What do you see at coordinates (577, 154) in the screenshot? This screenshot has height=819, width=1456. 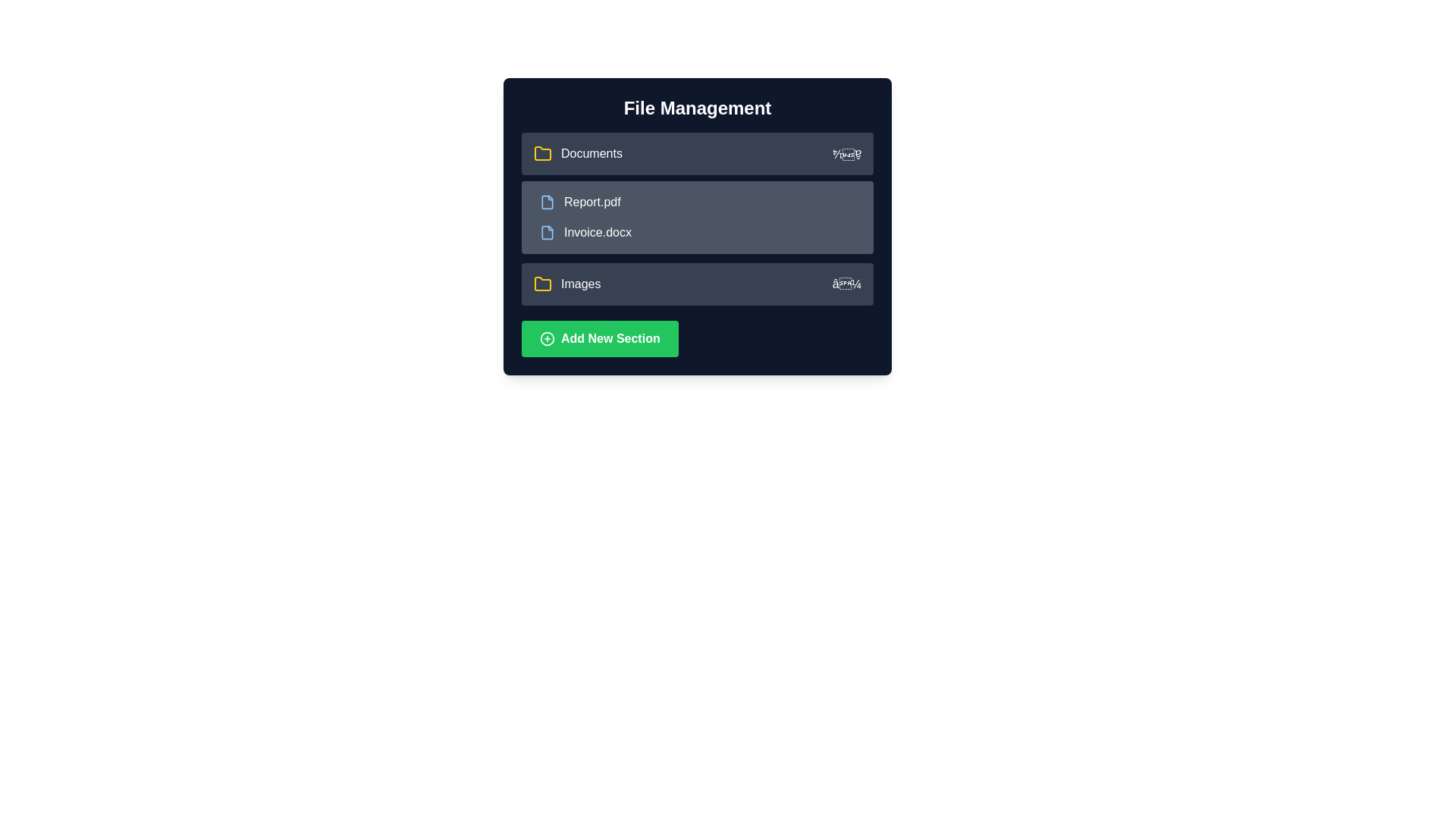 I see `the folder icon adjacent to the text 'Documents'` at bounding box center [577, 154].